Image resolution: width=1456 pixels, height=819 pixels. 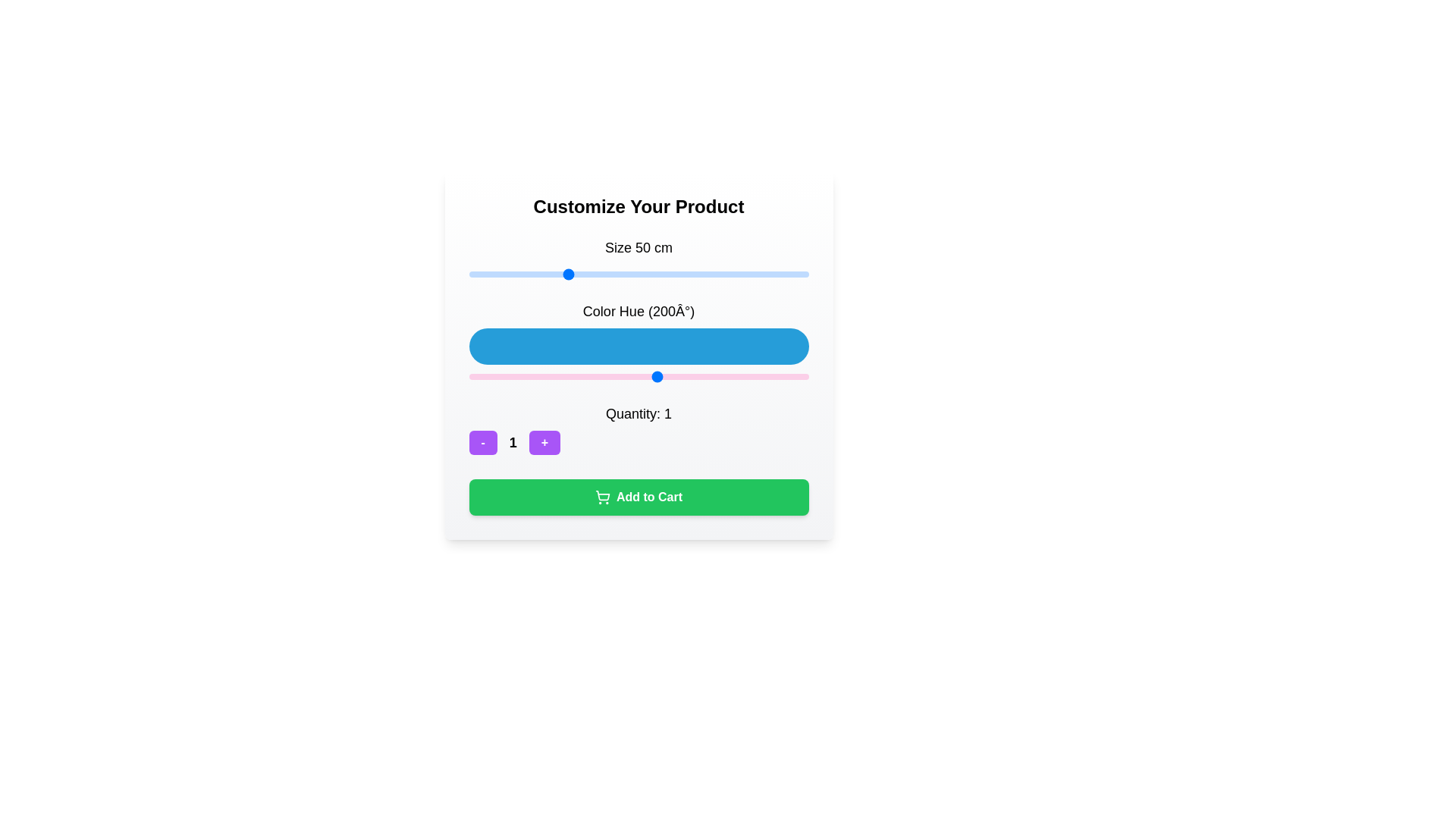 I want to click on the 'Color Hue' range slider, so click(x=639, y=355).